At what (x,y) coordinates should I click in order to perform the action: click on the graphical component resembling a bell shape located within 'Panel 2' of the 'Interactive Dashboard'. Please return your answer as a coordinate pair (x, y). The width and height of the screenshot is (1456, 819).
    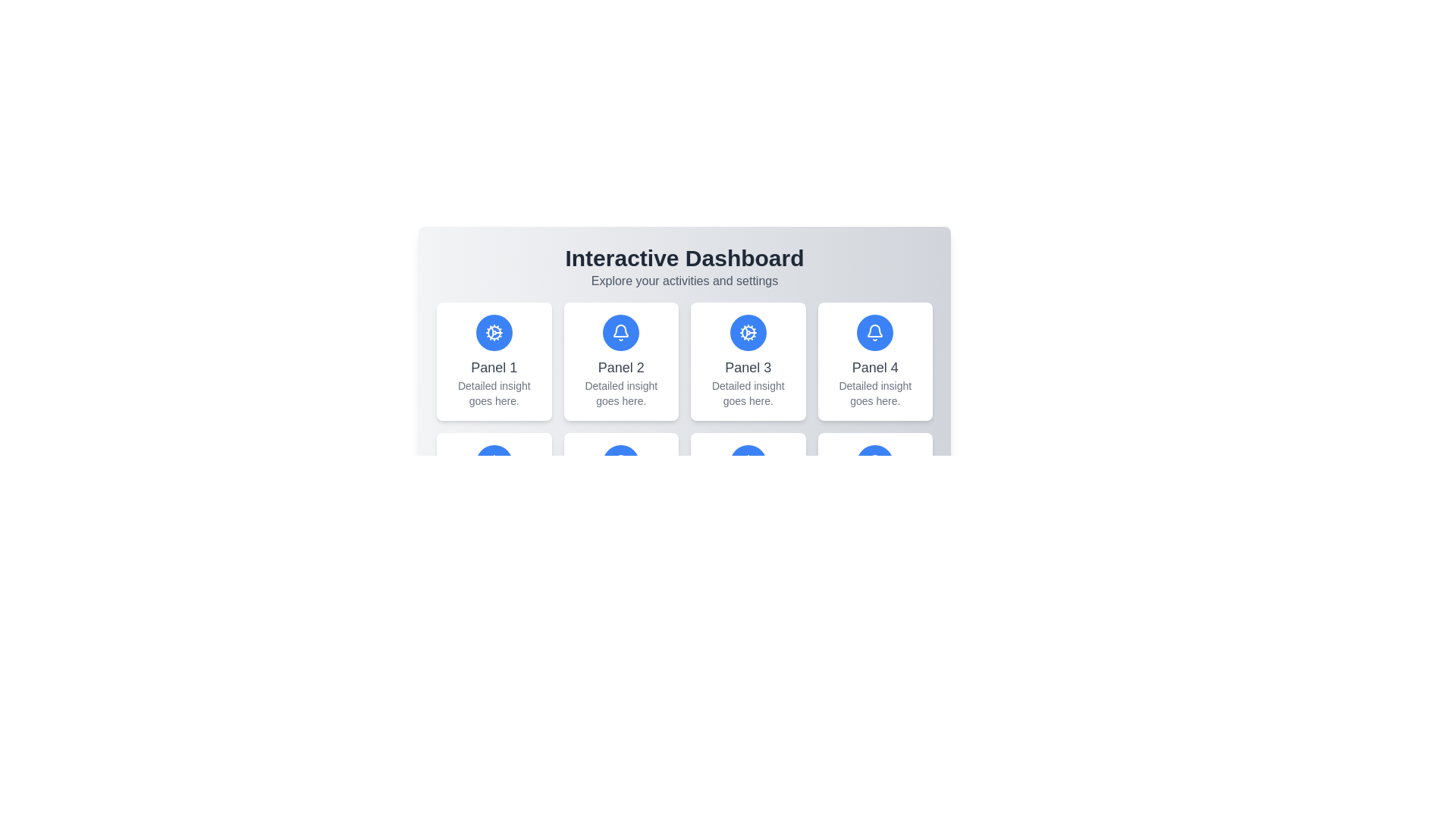
    Looking at the image, I should click on (621, 460).